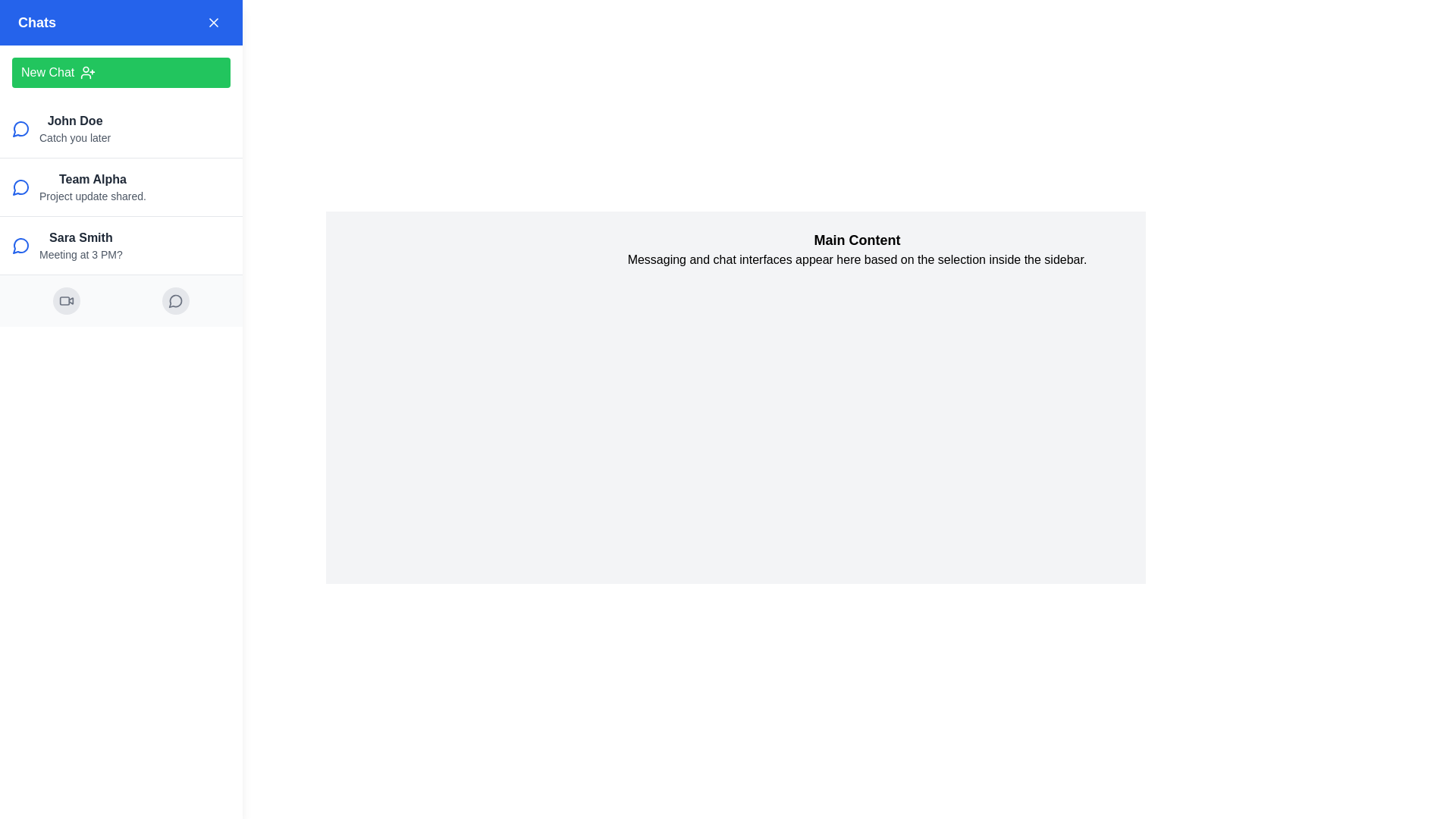 The width and height of the screenshot is (1456, 819). Describe the element at coordinates (20, 128) in the screenshot. I see `the circular blue outlined icon resembling a message bubble next to the 'Team Alpha' text in the chat sidebar` at that location.